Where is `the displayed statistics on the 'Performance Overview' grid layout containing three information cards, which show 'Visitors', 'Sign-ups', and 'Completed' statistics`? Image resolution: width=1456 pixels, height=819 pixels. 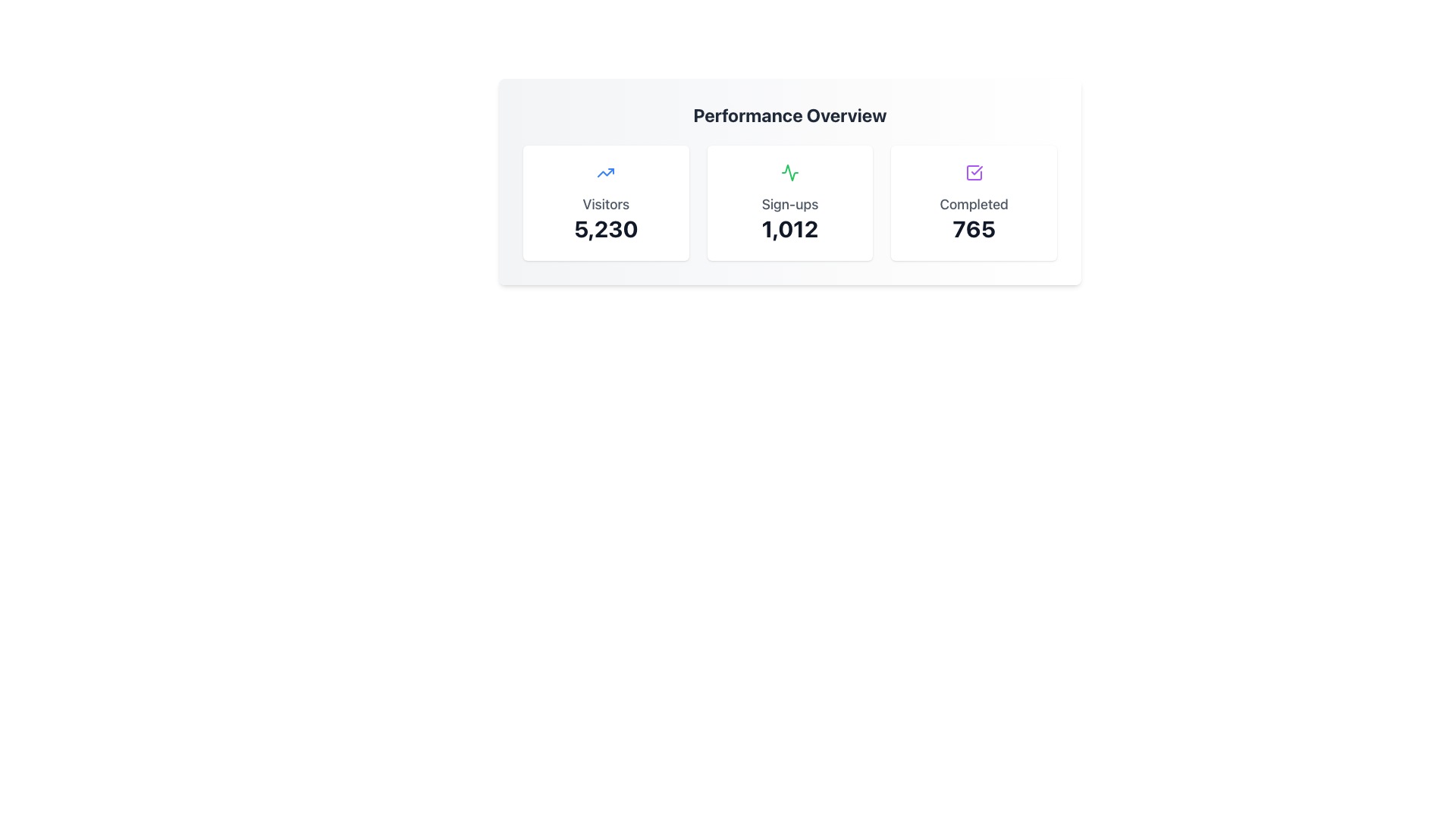
the displayed statistics on the 'Performance Overview' grid layout containing three information cards, which show 'Visitors', 'Sign-ups', and 'Completed' statistics is located at coordinates (789, 202).